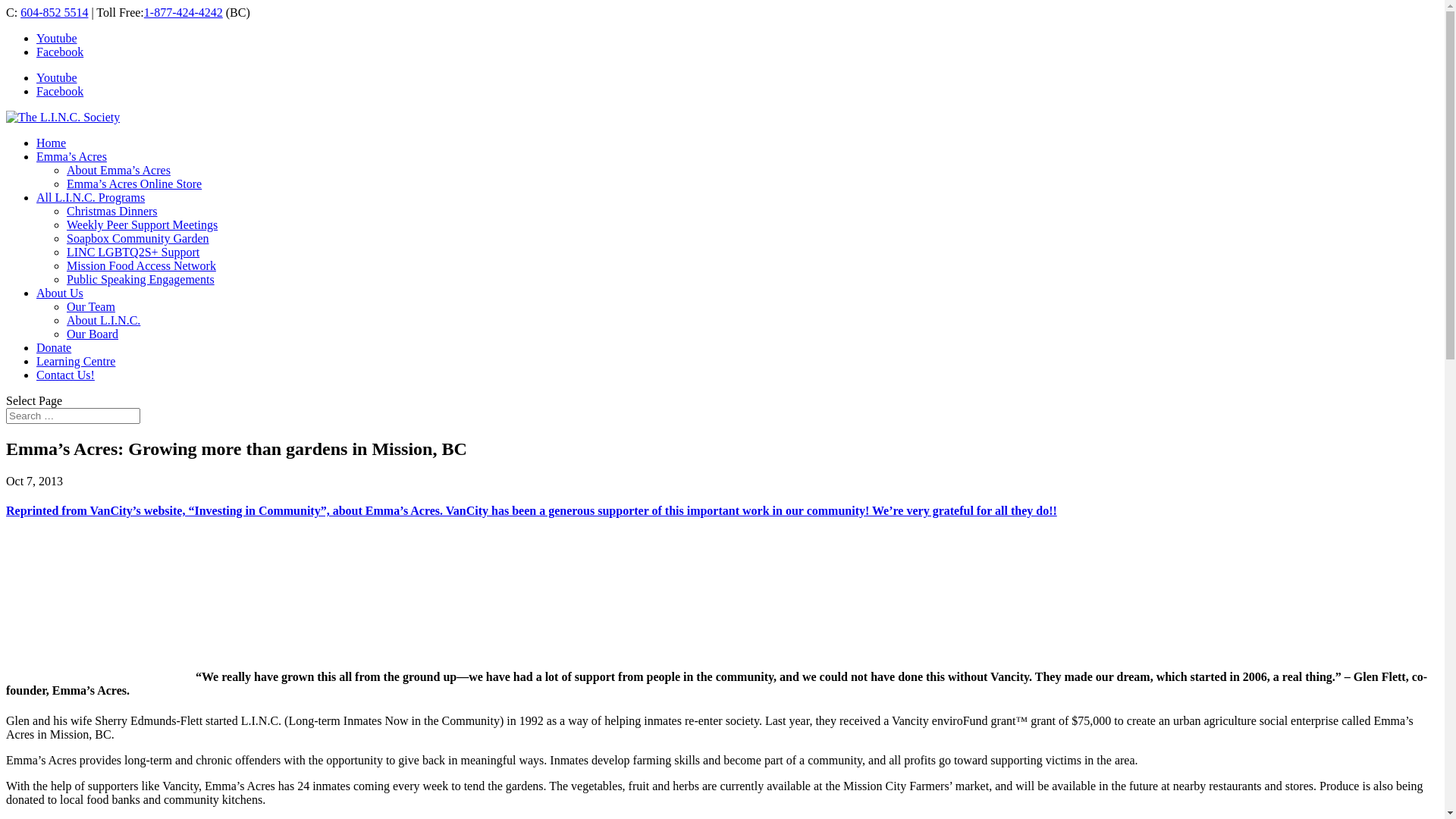 This screenshot has height=819, width=1456. I want to click on 'Soapbox Community Garden', so click(65, 238).